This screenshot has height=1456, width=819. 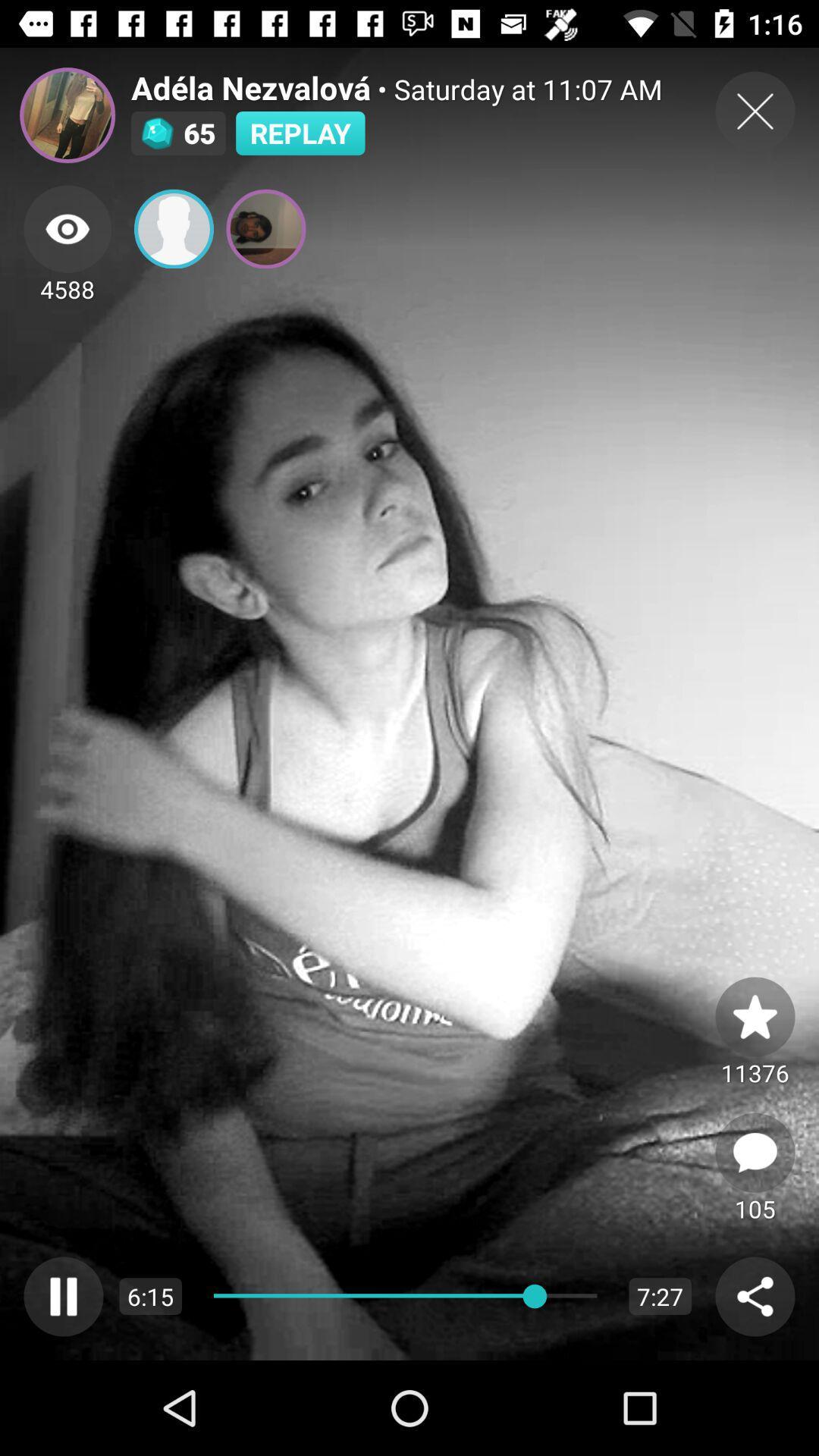 What do you see at coordinates (755, 1295) in the screenshot?
I see `share` at bounding box center [755, 1295].